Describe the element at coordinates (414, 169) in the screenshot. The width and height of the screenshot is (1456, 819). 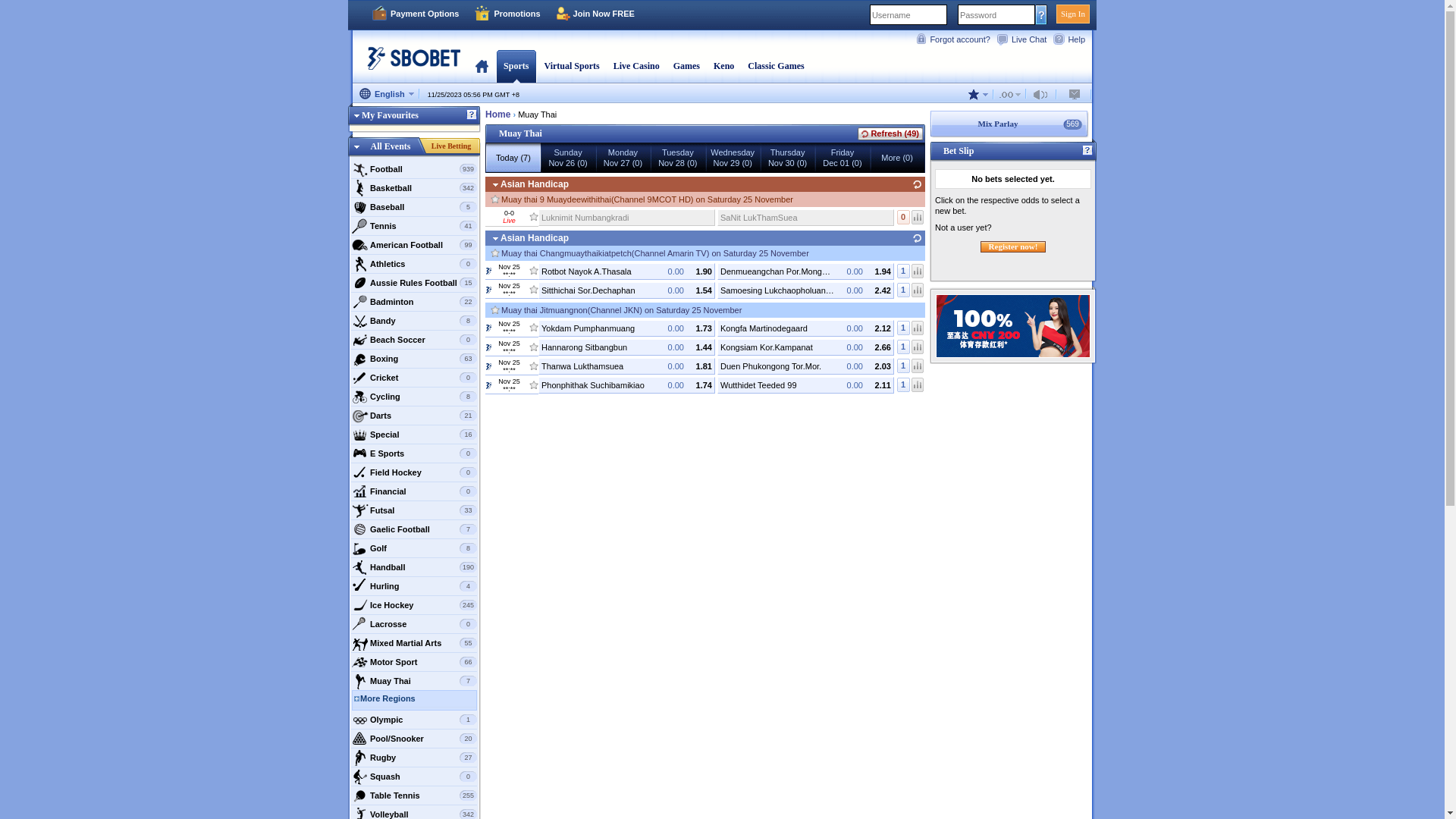
I see `'Football` at that location.